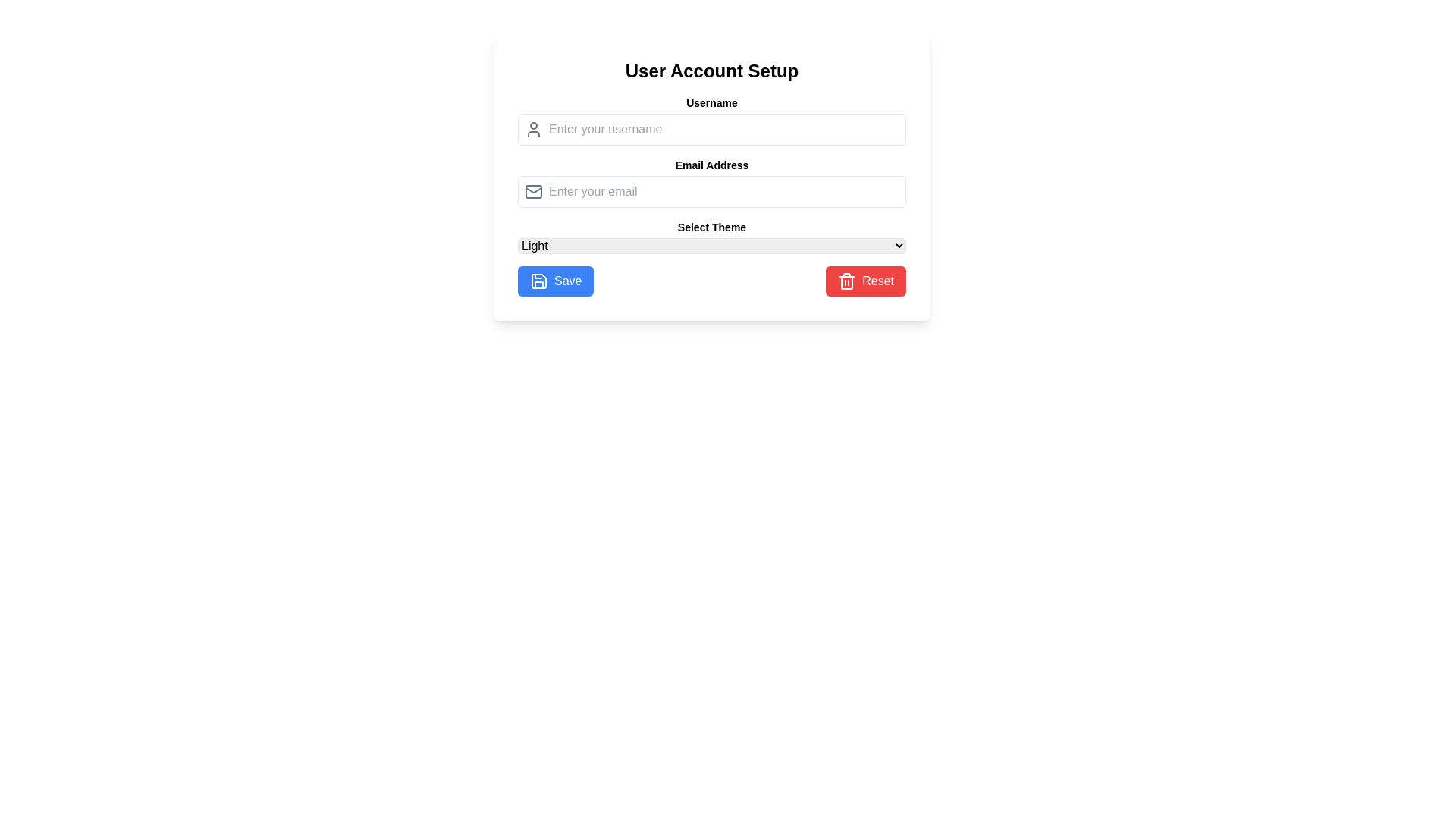 This screenshot has width=1456, height=819. Describe the element at coordinates (711, 237) in the screenshot. I see `the 'Select Theme' dropdown menu` at that location.